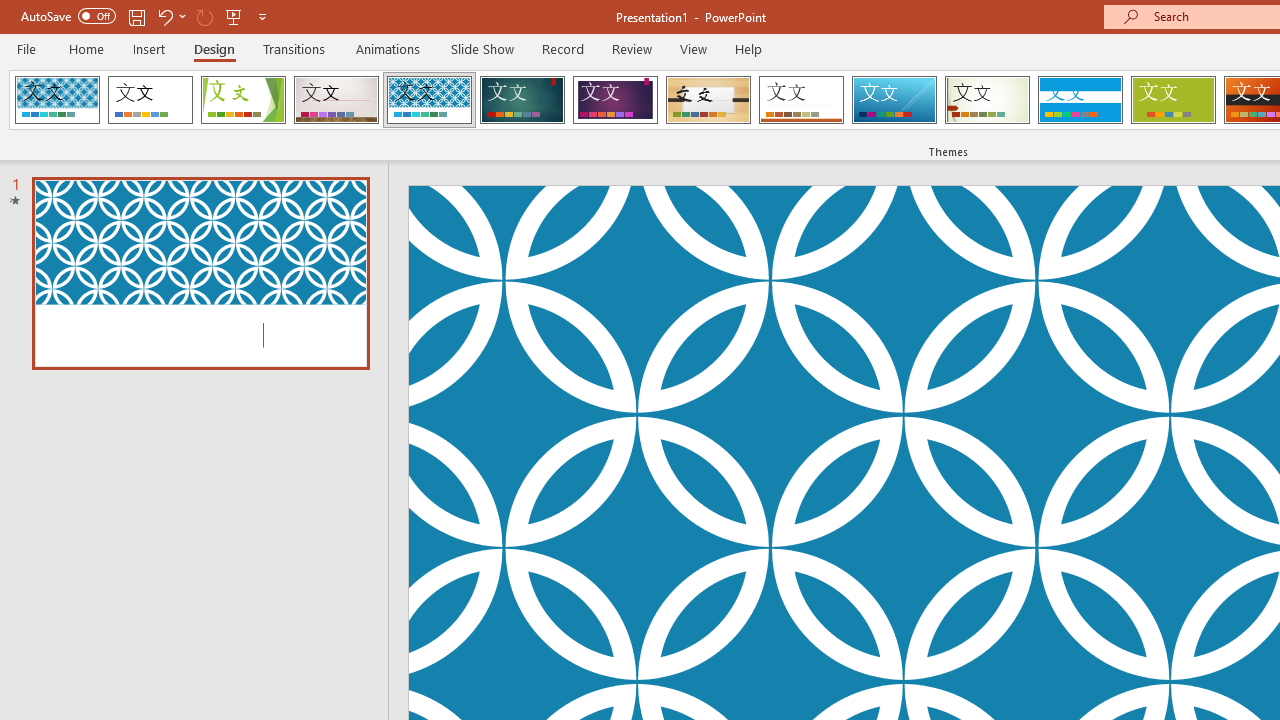  I want to click on 'Banded Loading Preview...', so click(1079, 100).